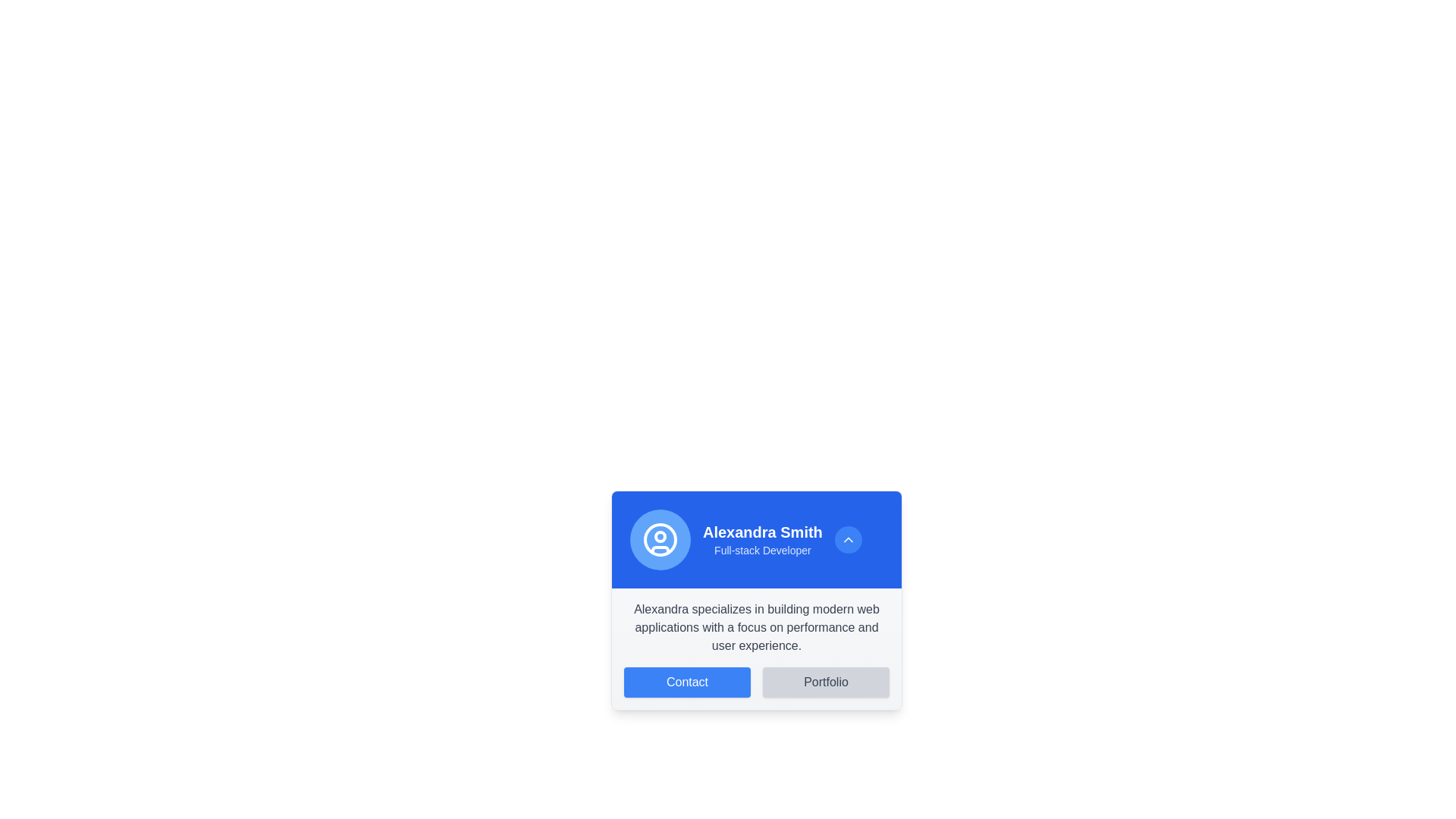 Image resolution: width=1456 pixels, height=819 pixels. Describe the element at coordinates (847, 539) in the screenshot. I see `the upward navigation icon located in the top-right corner of the blue header section within the card containing profile details` at that location.